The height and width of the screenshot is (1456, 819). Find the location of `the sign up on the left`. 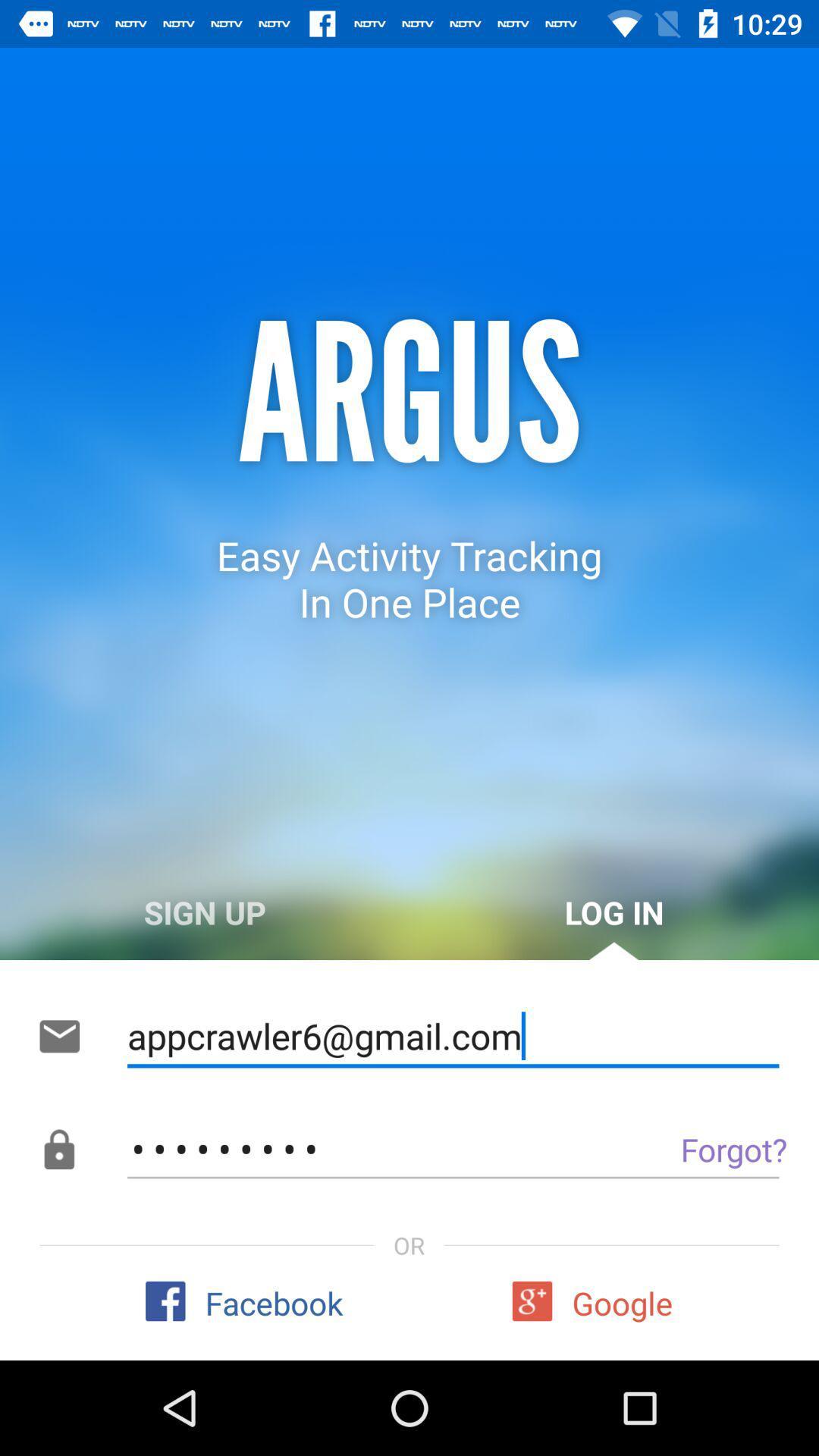

the sign up on the left is located at coordinates (205, 912).